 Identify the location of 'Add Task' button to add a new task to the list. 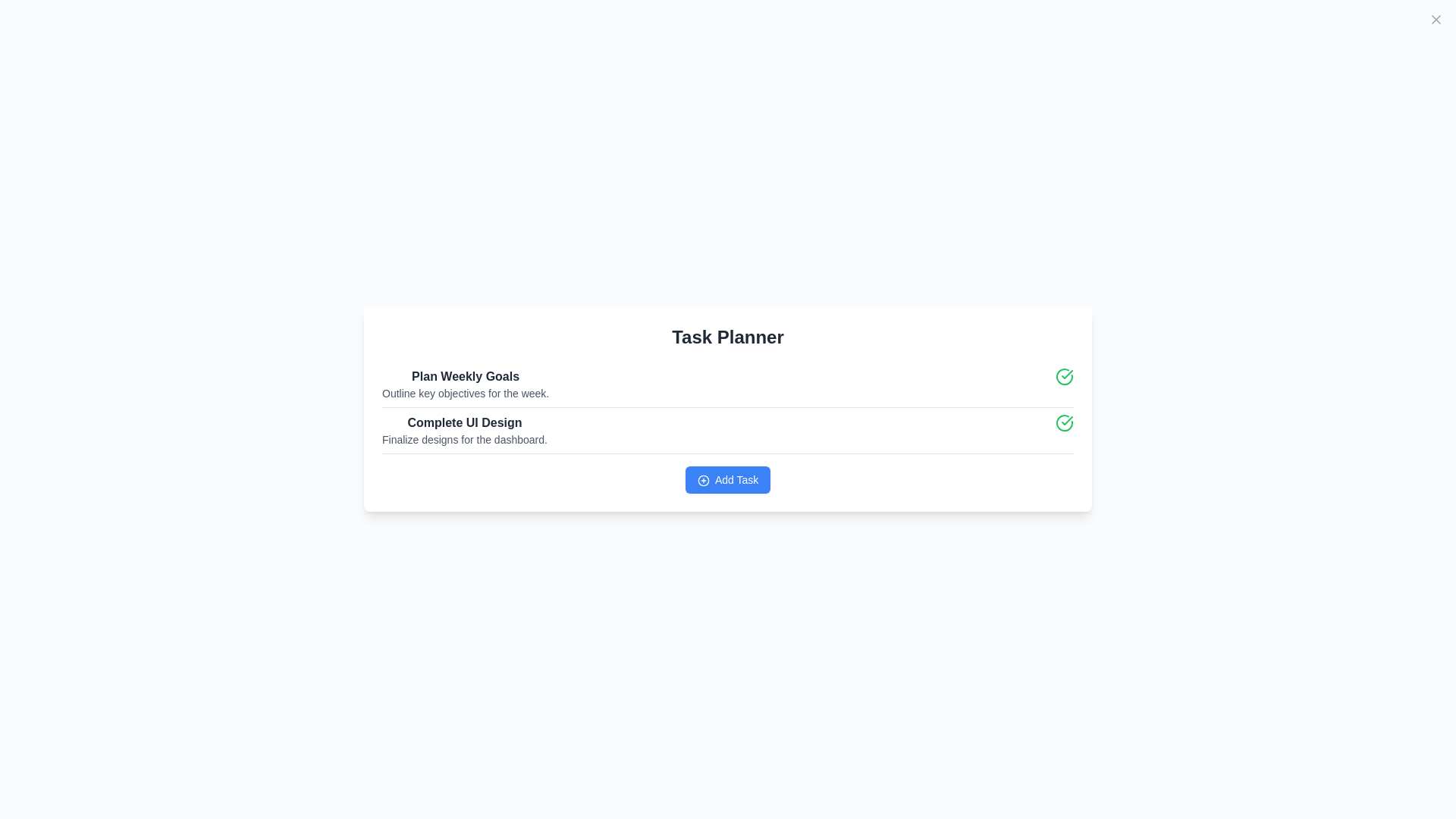
(728, 479).